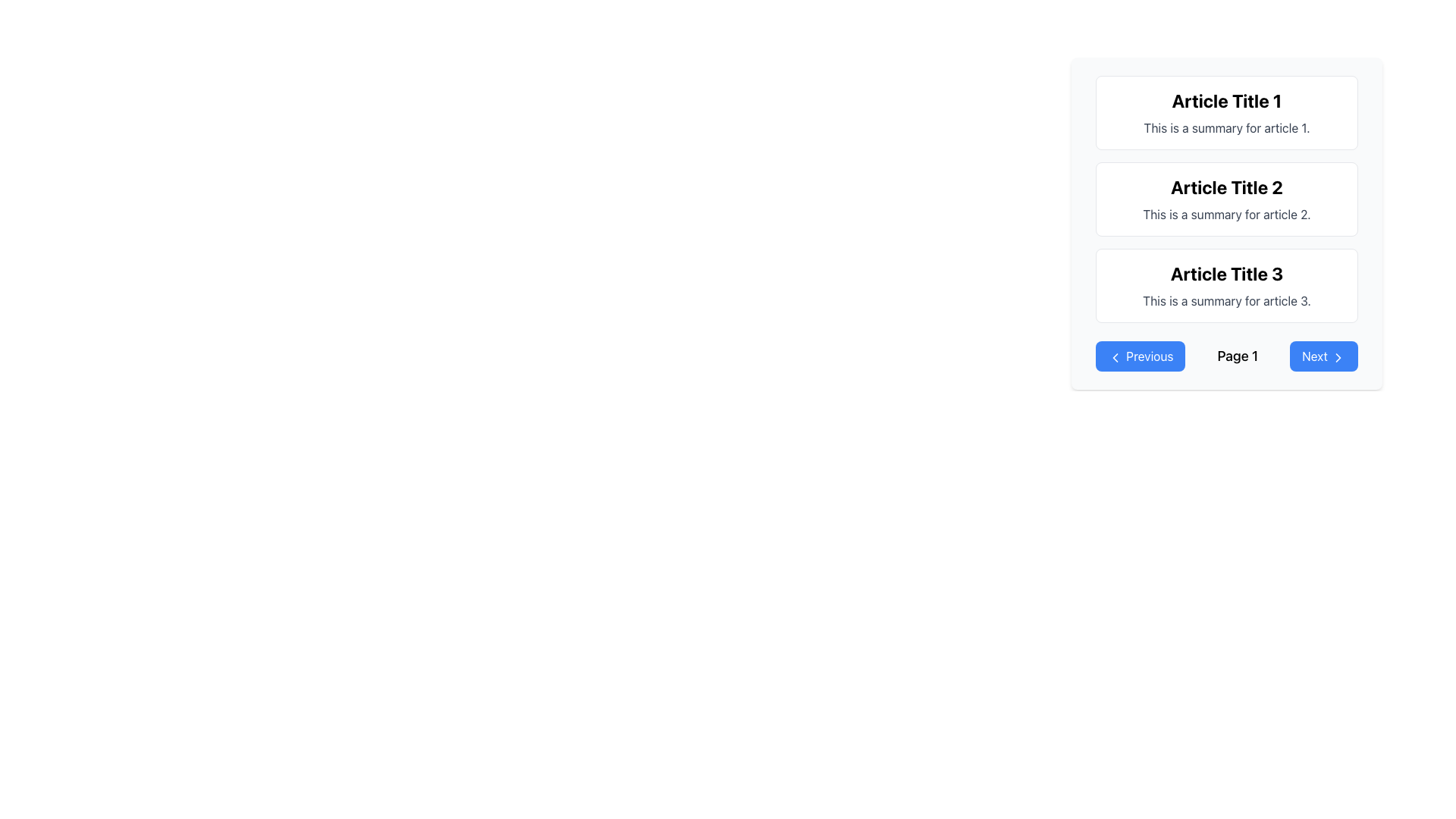  What do you see at coordinates (1226, 127) in the screenshot?
I see `the Text Label element displaying 'This is a summary for article 1.' located below the title 'Article Title 1.'` at bounding box center [1226, 127].